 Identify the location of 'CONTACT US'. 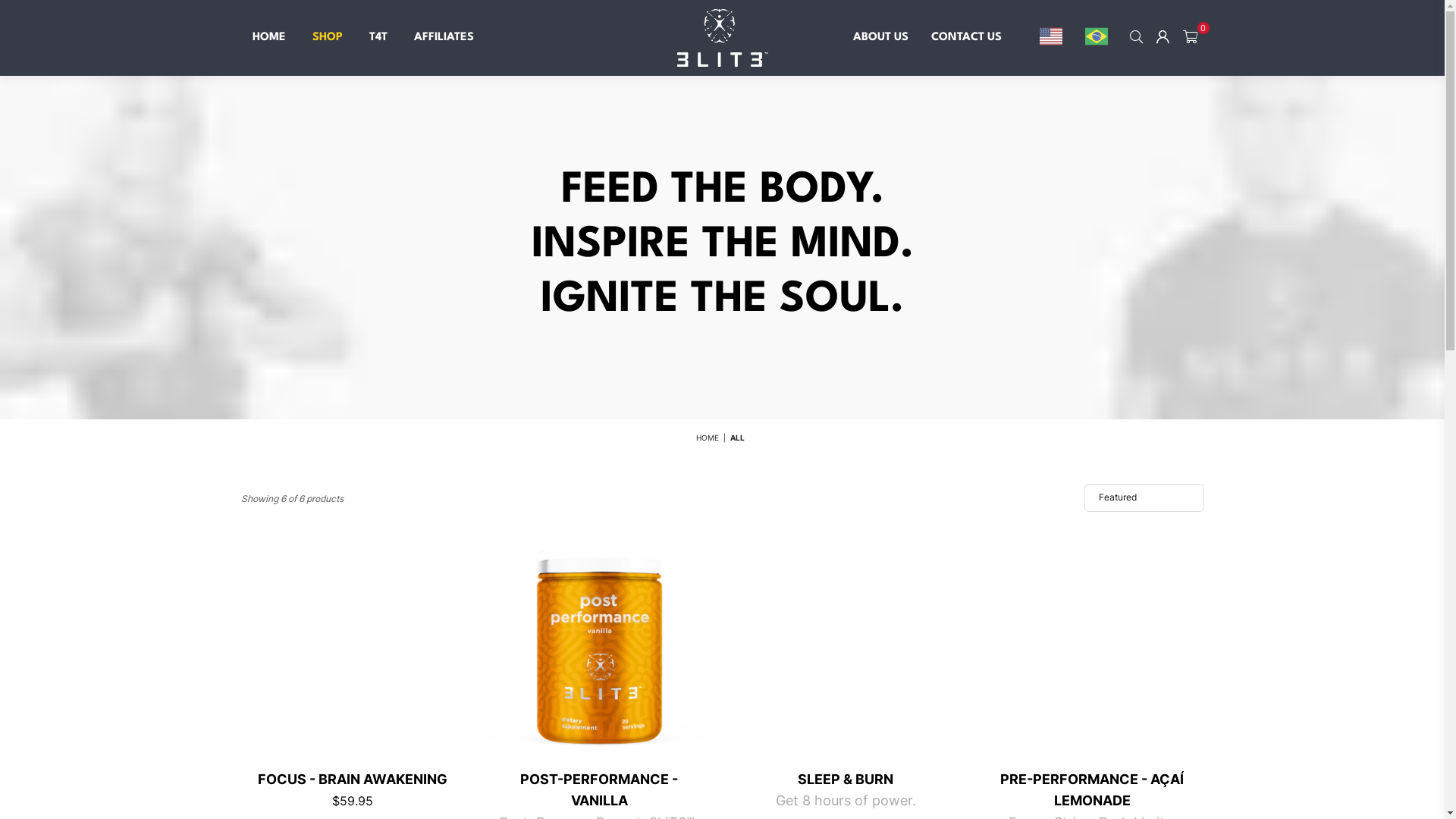
(918, 37).